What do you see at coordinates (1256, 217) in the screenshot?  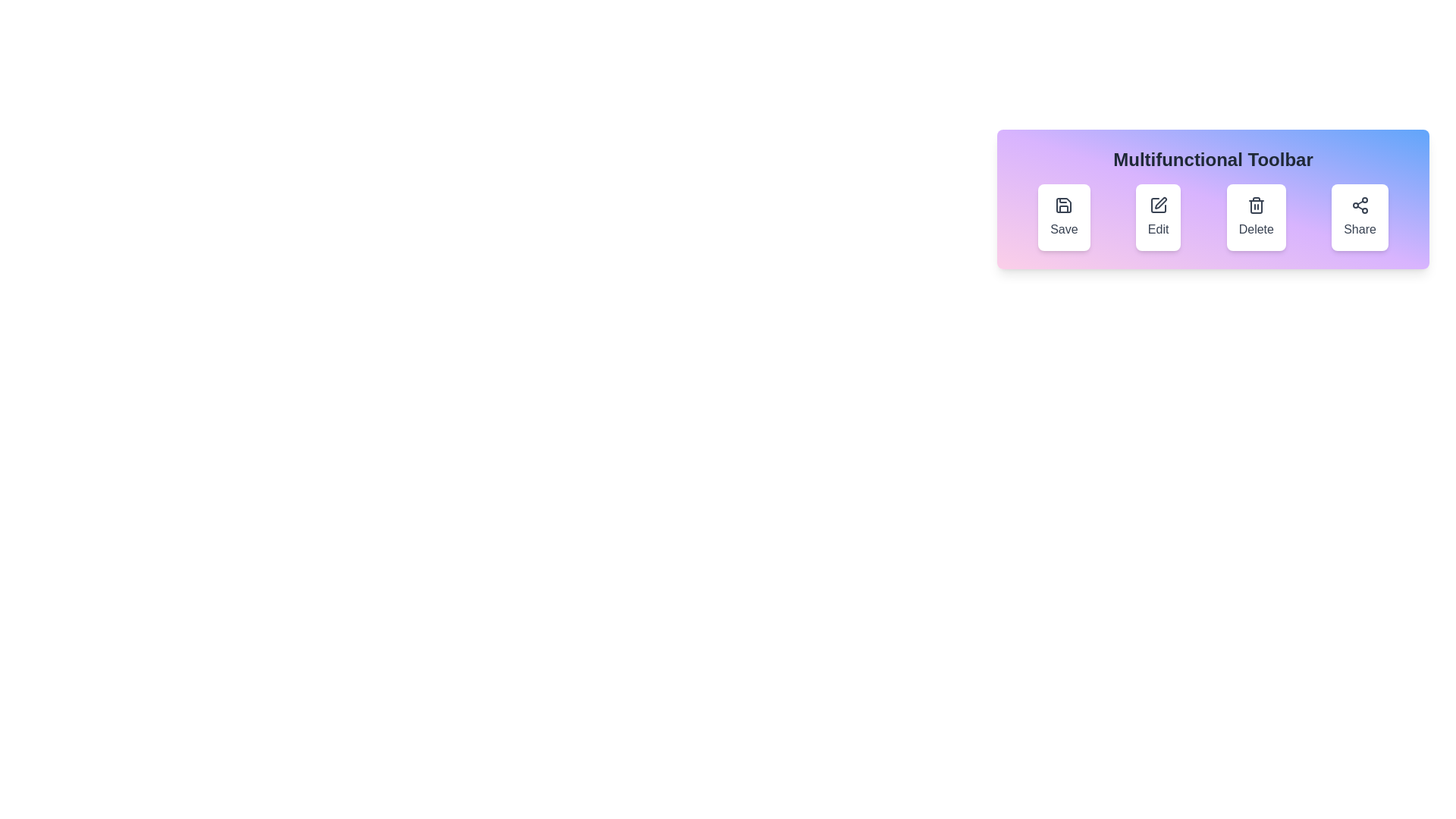 I see `the 'Delete' button with a trash icon, which is the third button from the left in a horizontal toolbar` at bounding box center [1256, 217].